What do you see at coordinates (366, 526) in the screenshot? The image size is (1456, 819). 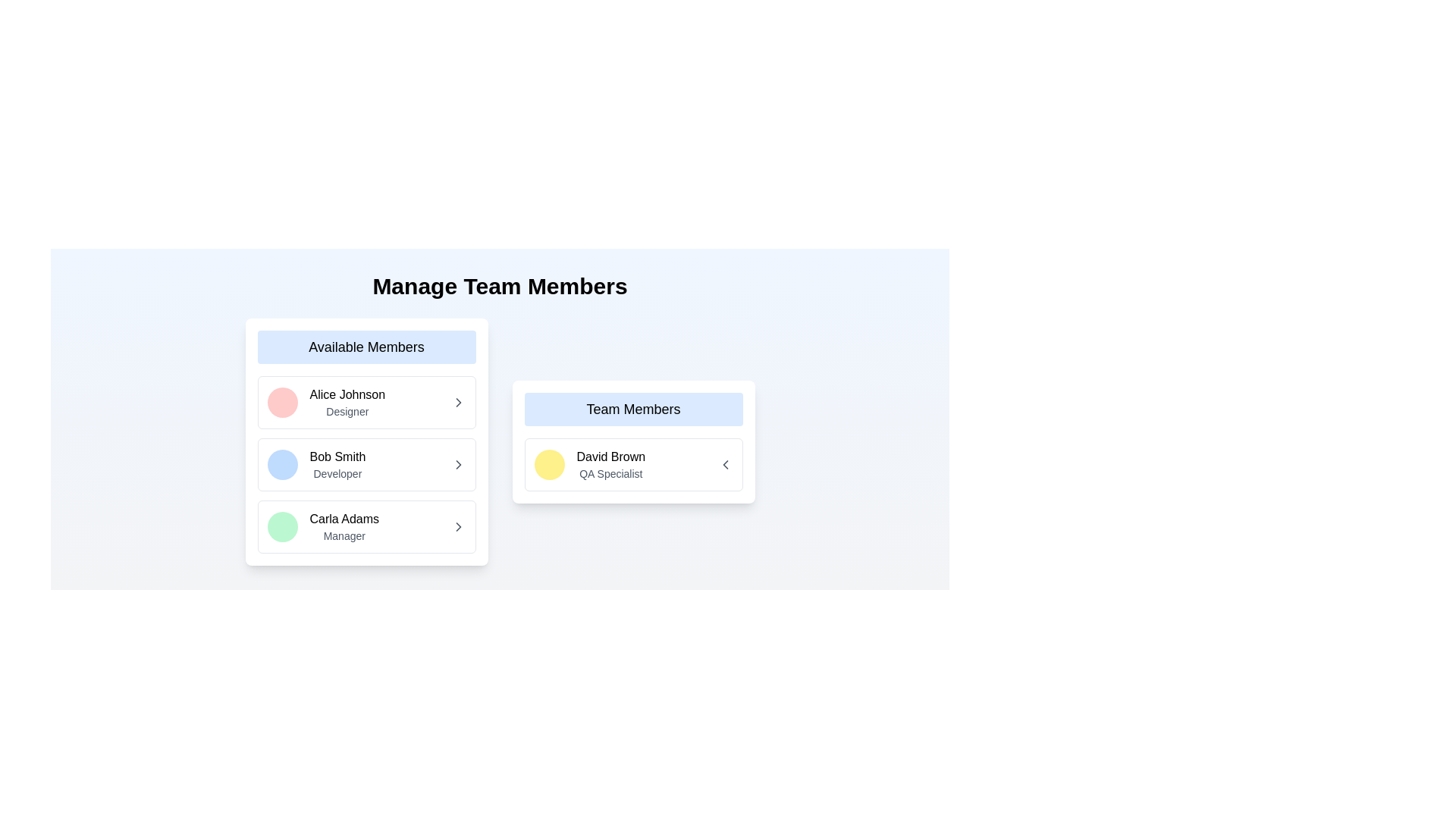 I see `the list item 'Carla Adams'` at bounding box center [366, 526].